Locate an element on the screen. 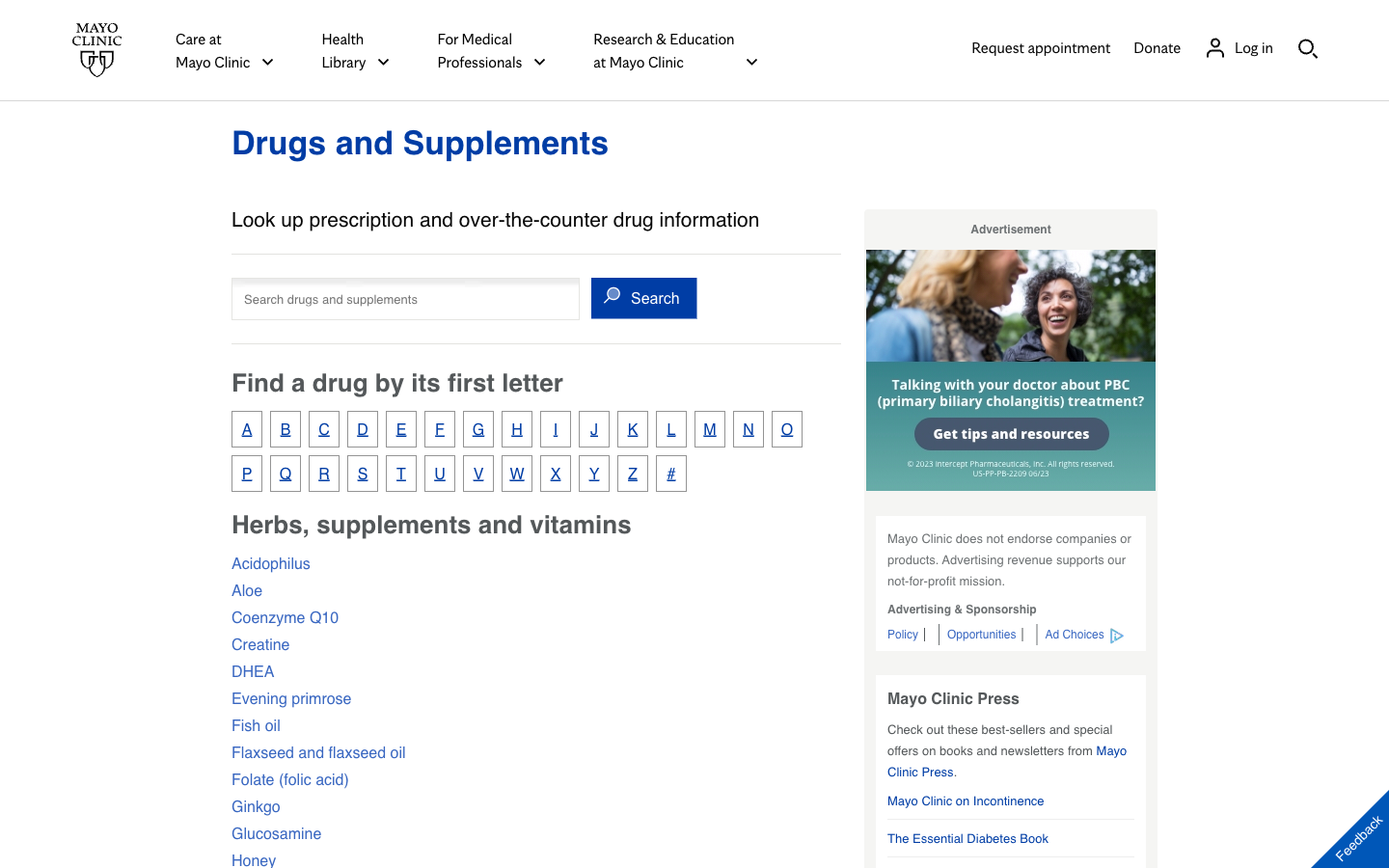  I want to work here – look for a job at Mayo Clinic is located at coordinates (983, 634).